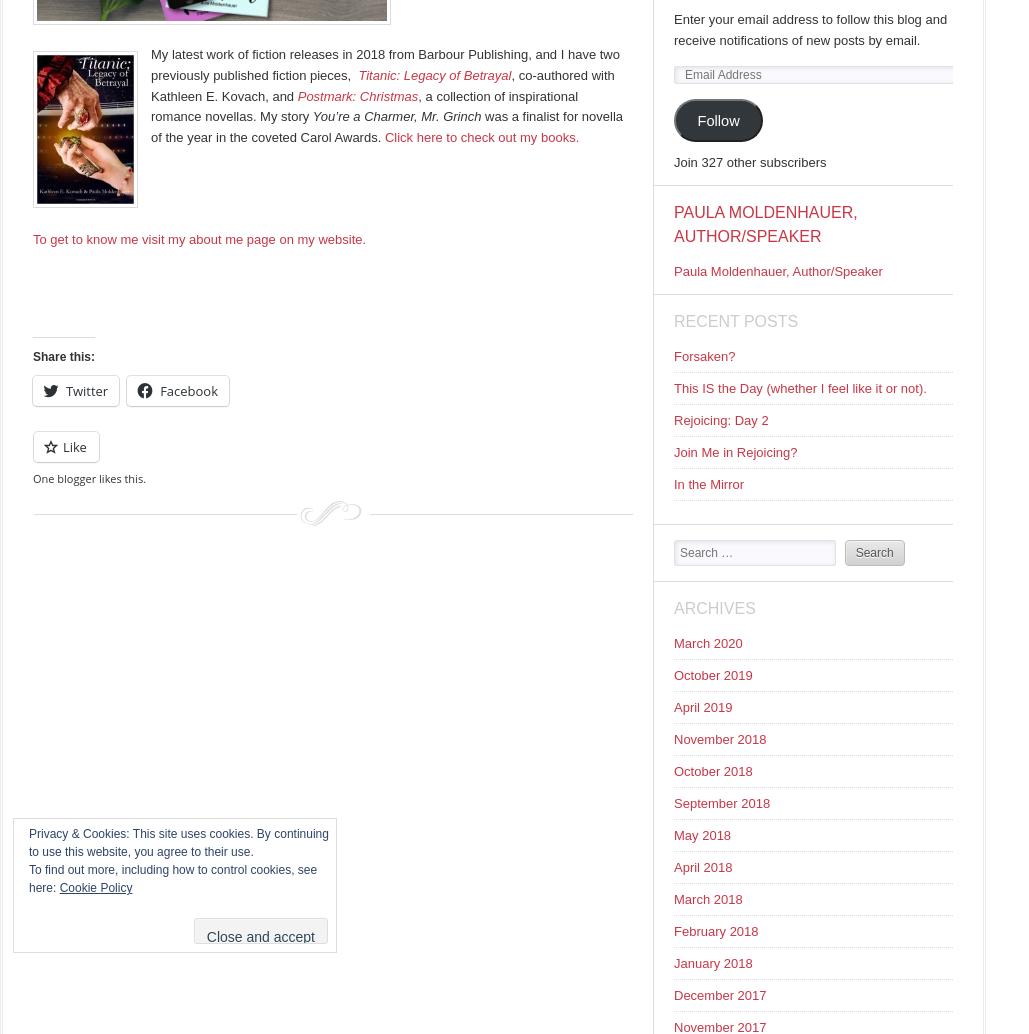 The image size is (1029, 1034). Describe the element at coordinates (735, 451) in the screenshot. I see `'Join Me in Rejoicing?'` at that location.